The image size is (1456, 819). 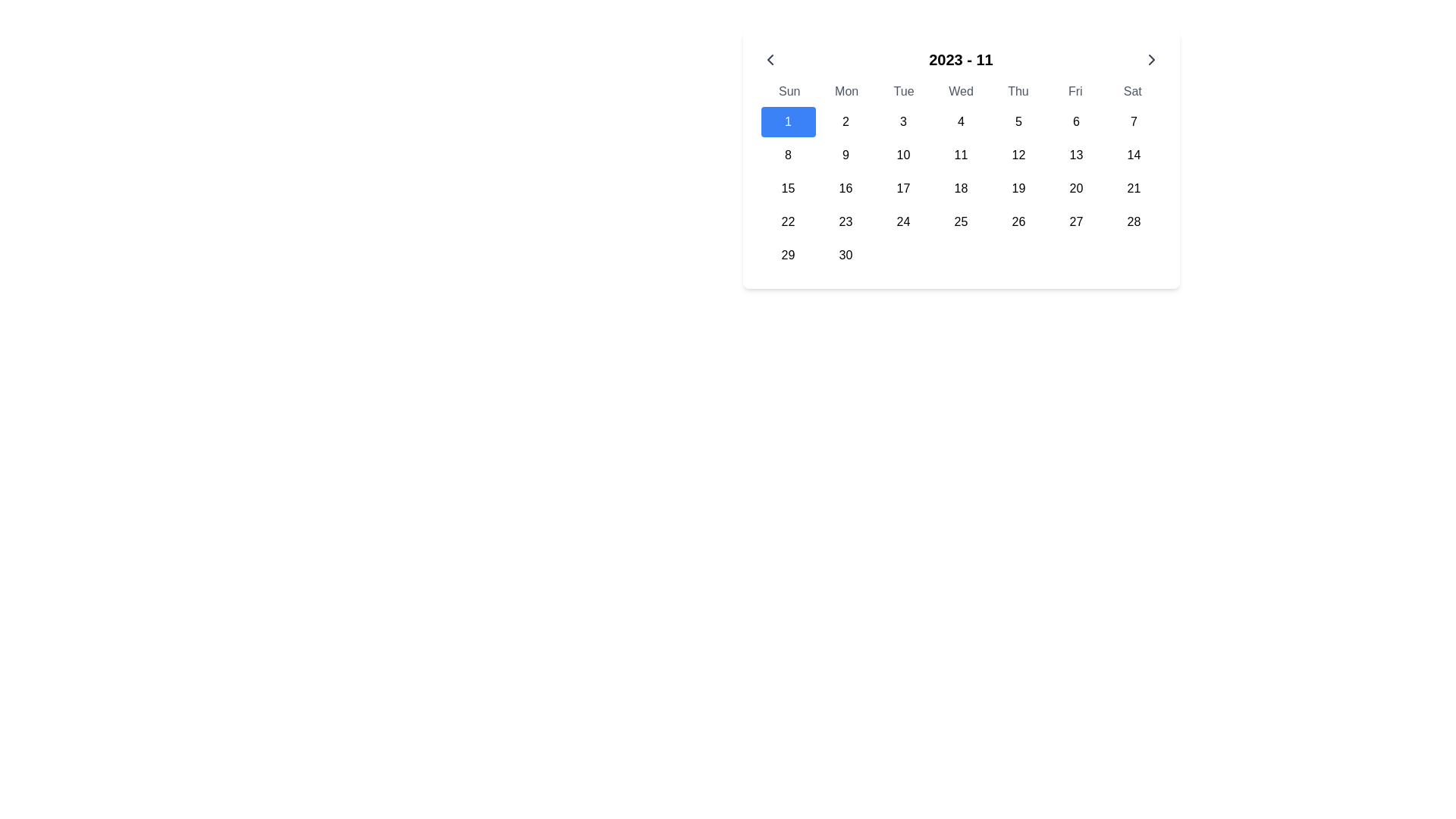 I want to click on the button representing the 20th day of the month in the calendar, so click(x=1075, y=188).